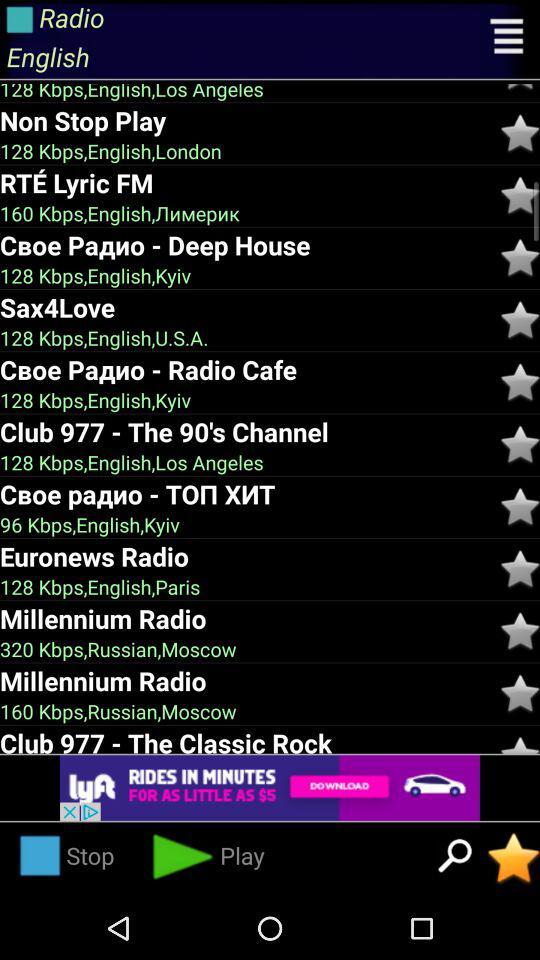 The height and width of the screenshot is (960, 540). What do you see at coordinates (270, 788) in the screenshot?
I see `advertisement` at bounding box center [270, 788].